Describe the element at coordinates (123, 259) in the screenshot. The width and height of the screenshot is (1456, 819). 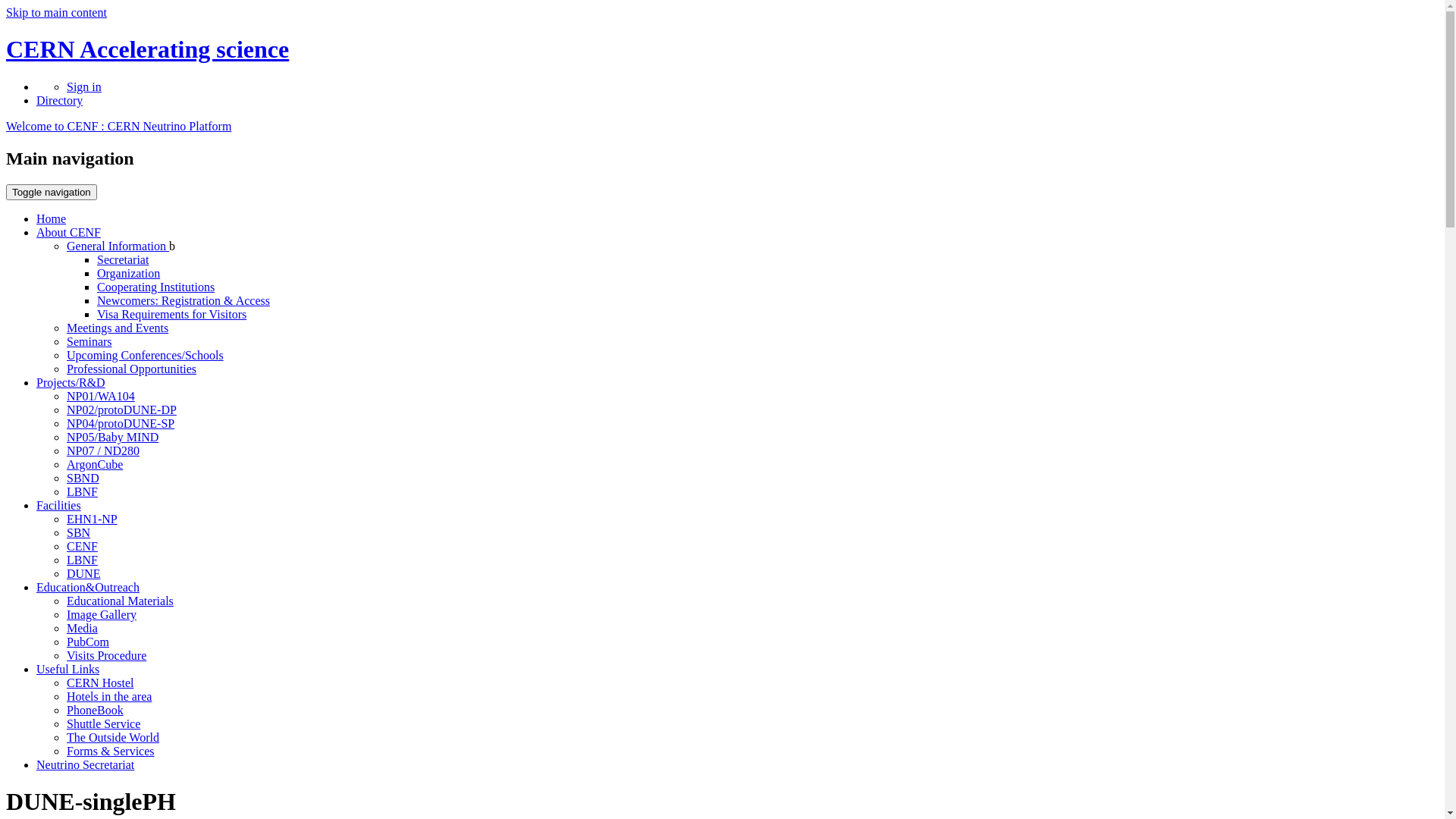
I see `'Secretariat'` at that location.